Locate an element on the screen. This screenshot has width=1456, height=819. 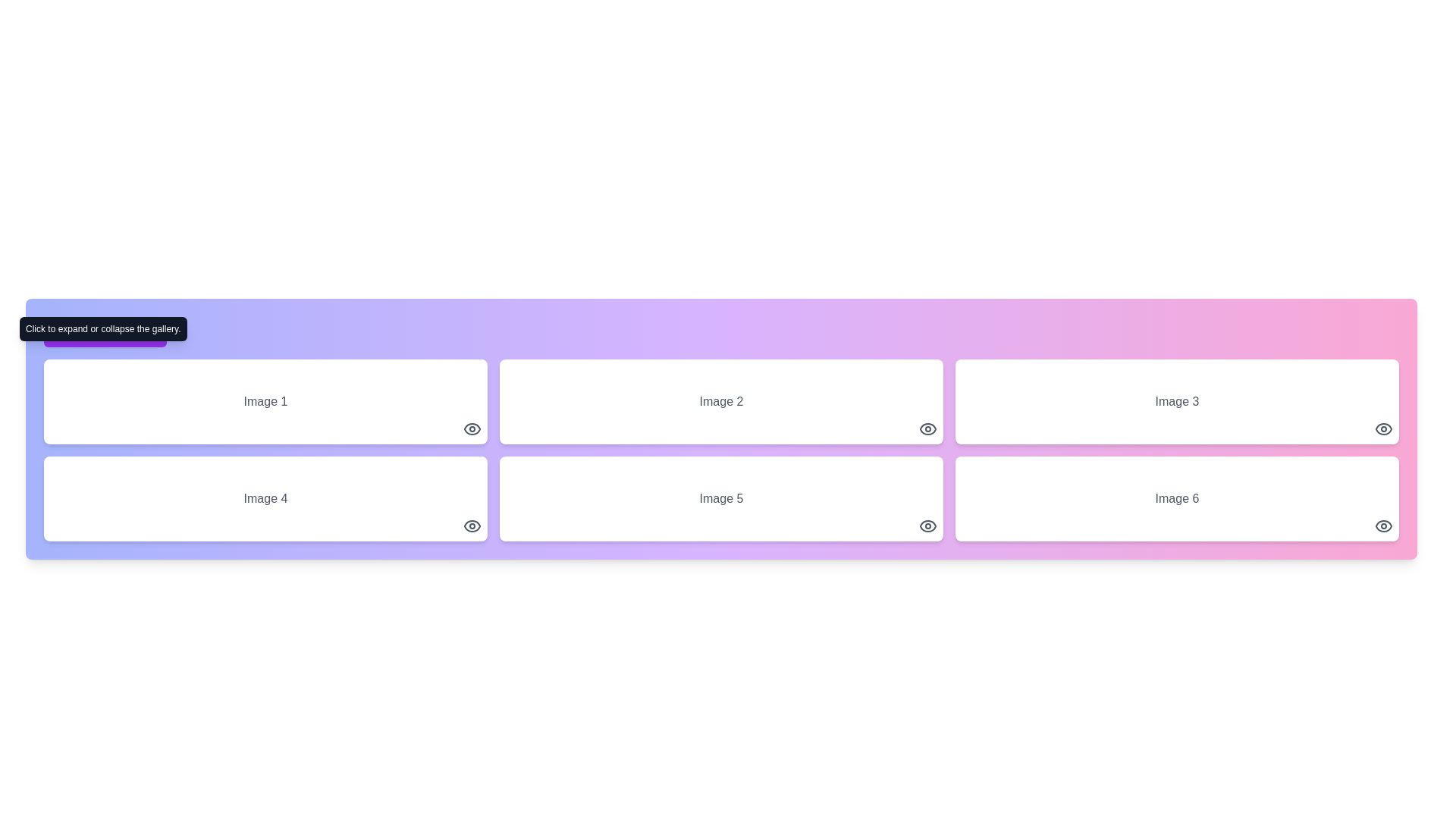
the SVG icon located at the bottom-right corner of the card labeled 'Image 6' is located at coordinates (1383, 526).